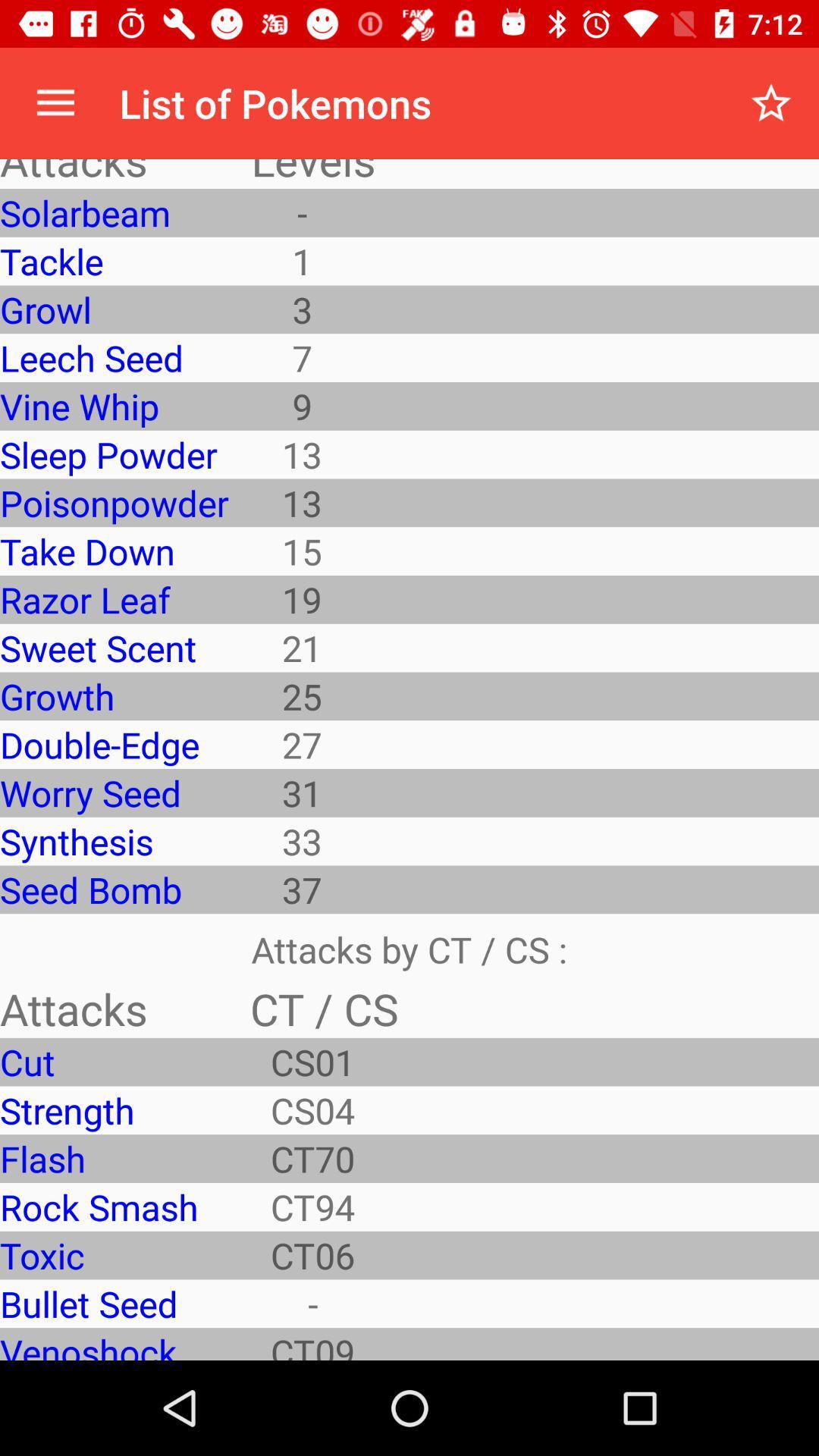  Describe the element at coordinates (113, 453) in the screenshot. I see `item above the poisonpowder item` at that location.